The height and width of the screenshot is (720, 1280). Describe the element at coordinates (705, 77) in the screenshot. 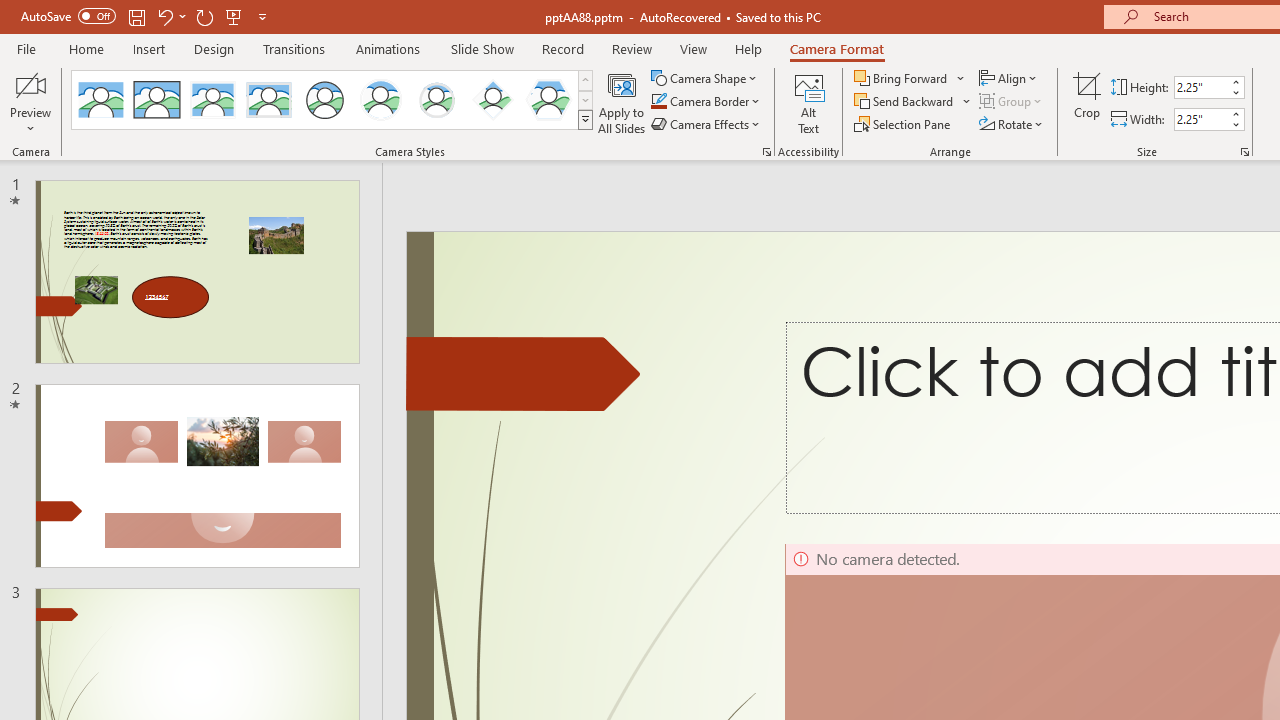

I see `'Camera Shape'` at that location.